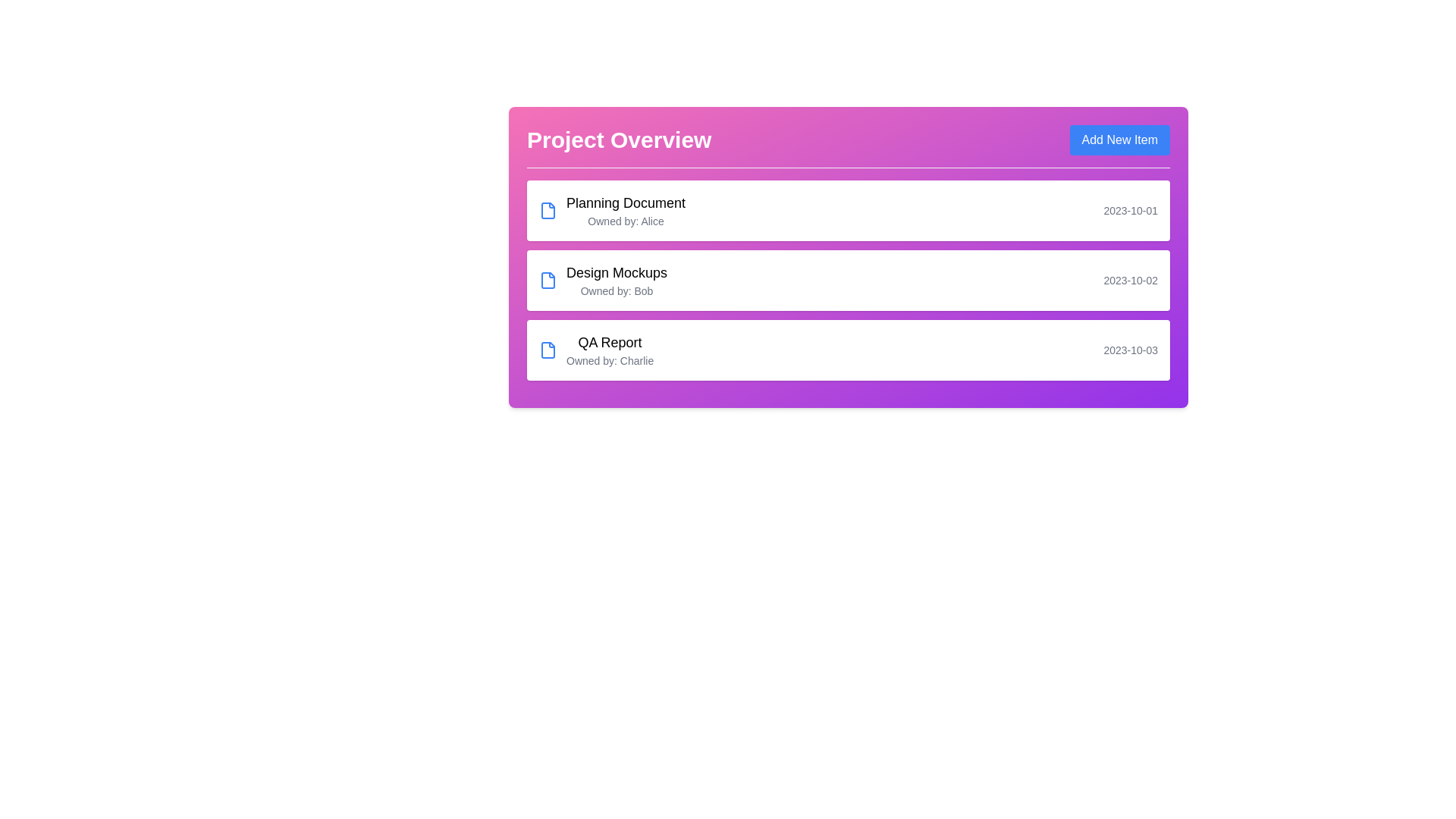 Image resolution: width=1456 pixels, height=819 pixels. Describe the element at coordinates (1119, 140) in the screenshot. I see `the 'Add New Item' button located at the top-right corner of the 'Project Overview' section` at that location.